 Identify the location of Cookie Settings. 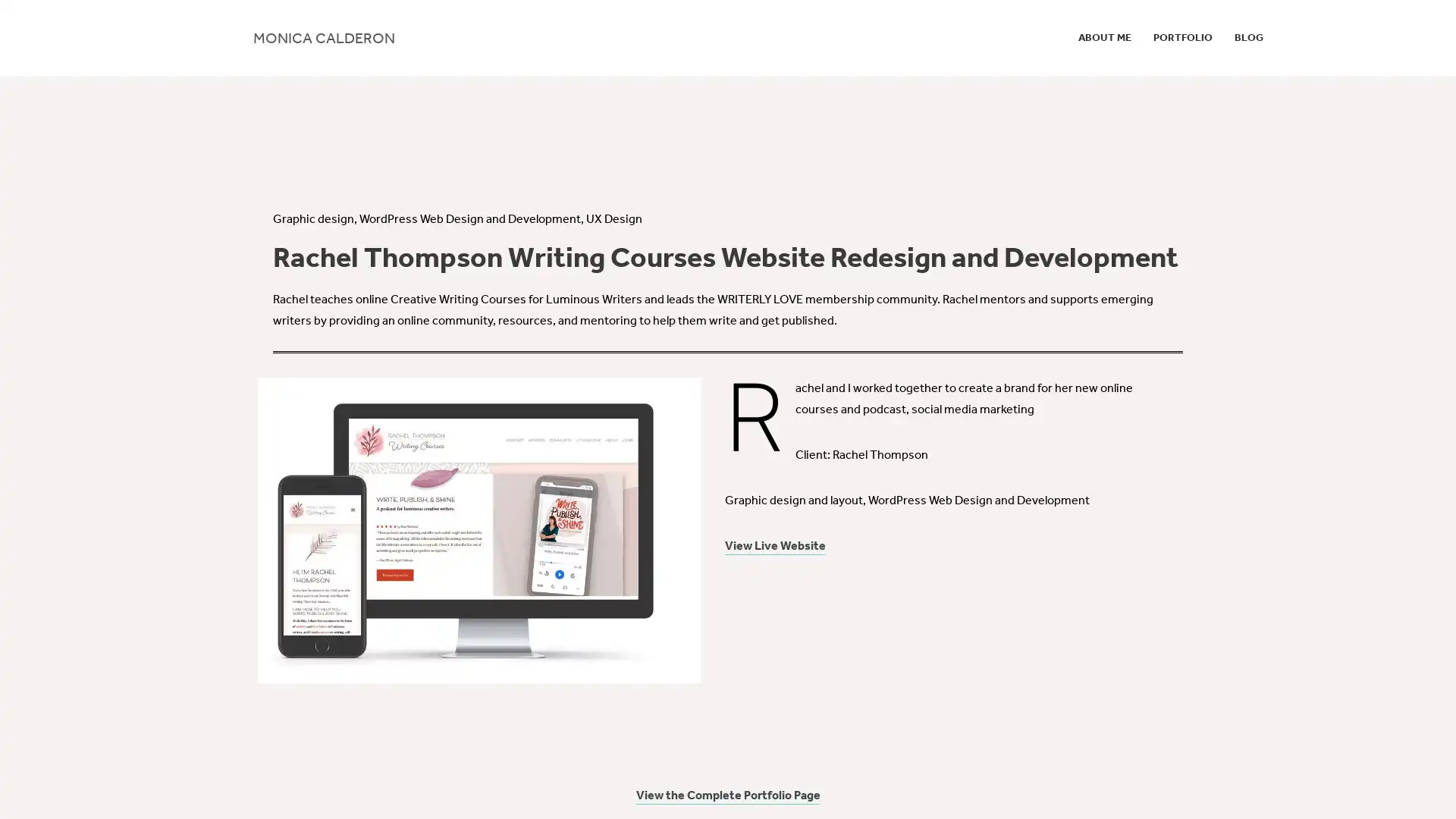
(1335, 793).